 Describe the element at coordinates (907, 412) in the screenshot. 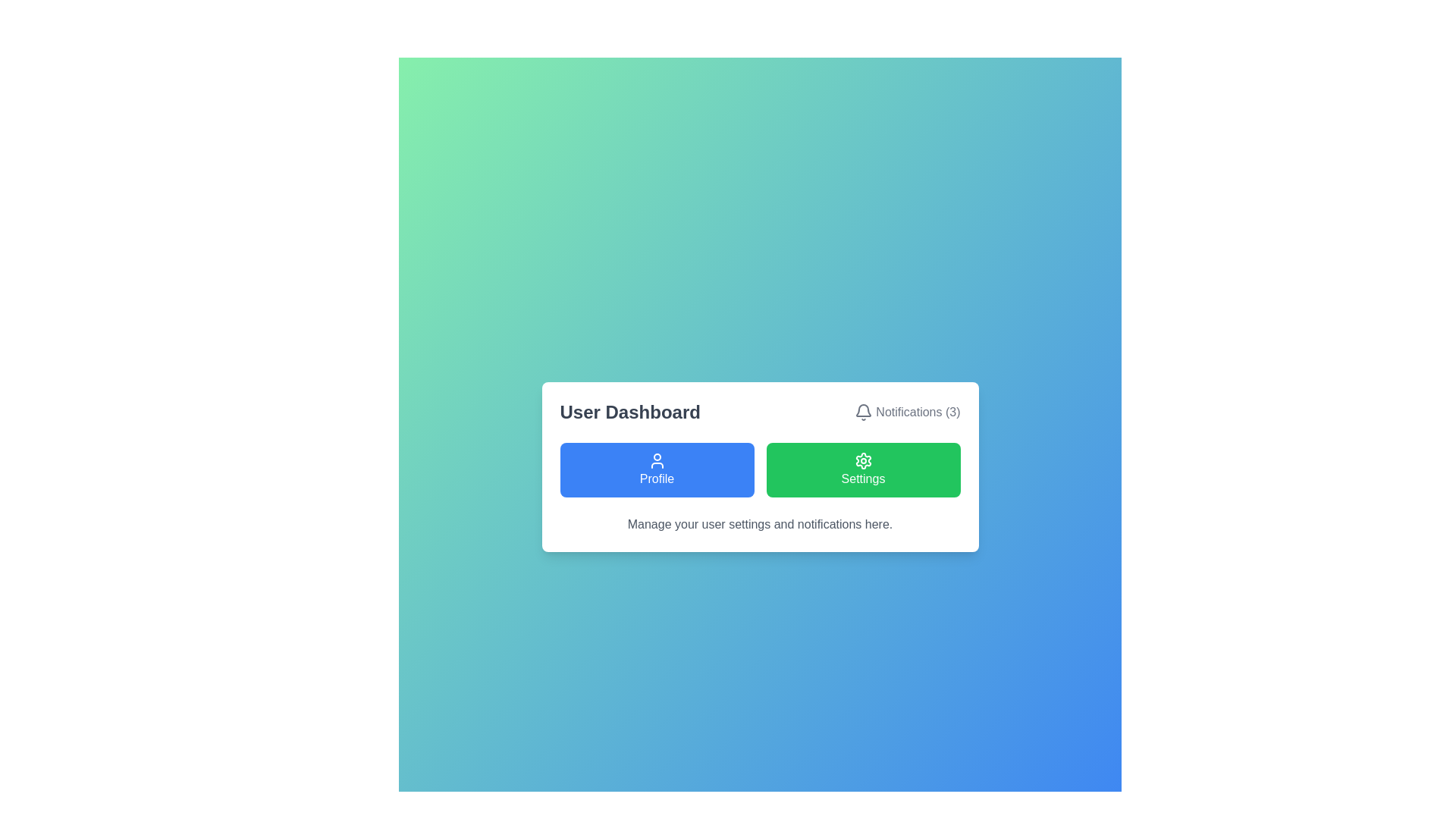

I see `the notifications indicator button located in the top-right area of the User Dashboard. This button has an icon and text composite that allows users to manage their notifications` at that location.